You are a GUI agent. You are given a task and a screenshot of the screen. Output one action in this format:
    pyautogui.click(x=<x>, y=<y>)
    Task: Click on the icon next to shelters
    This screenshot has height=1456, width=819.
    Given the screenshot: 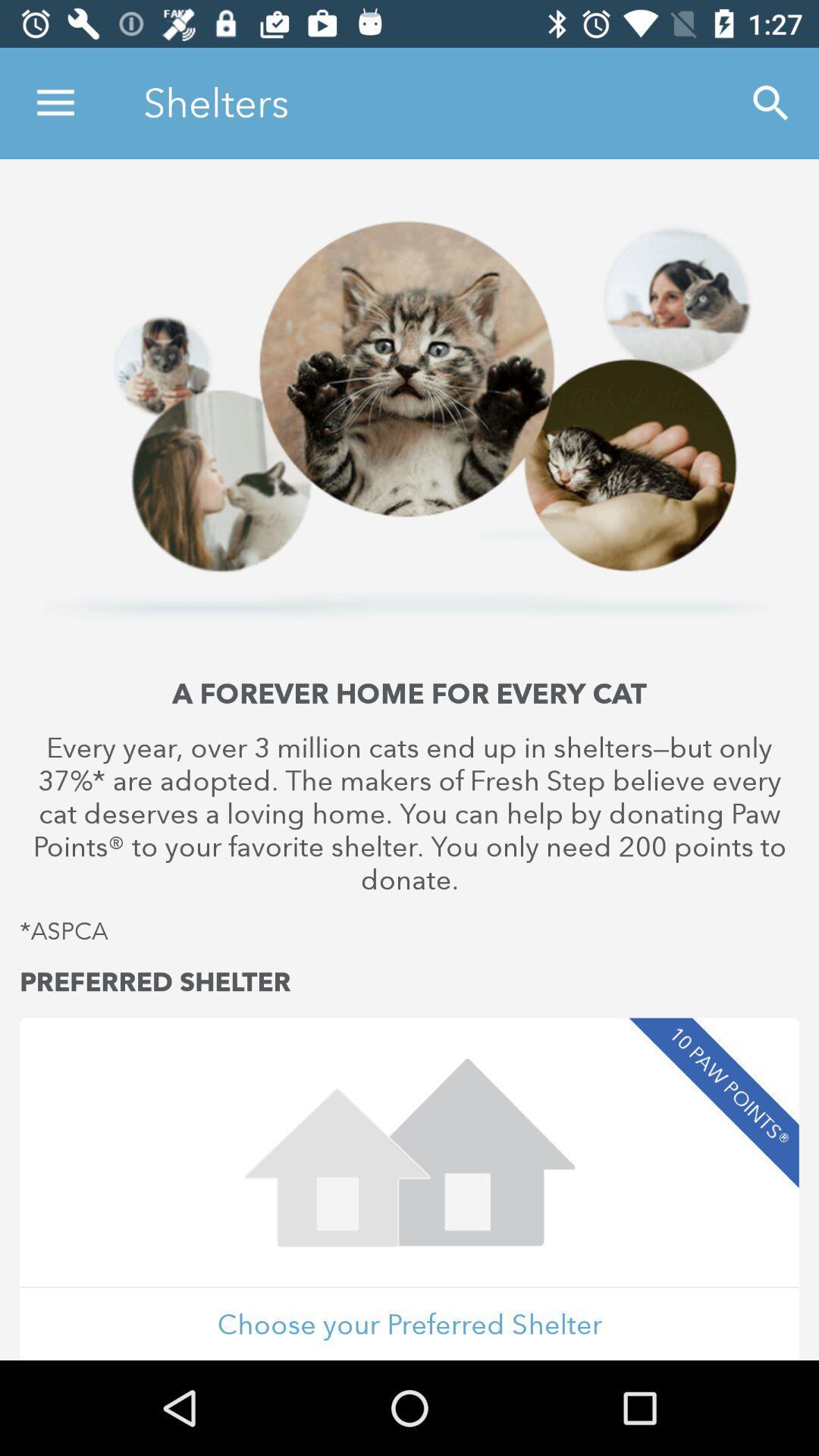 What is the action you would take?
    pyautogui.click(x=55, y=102)
    